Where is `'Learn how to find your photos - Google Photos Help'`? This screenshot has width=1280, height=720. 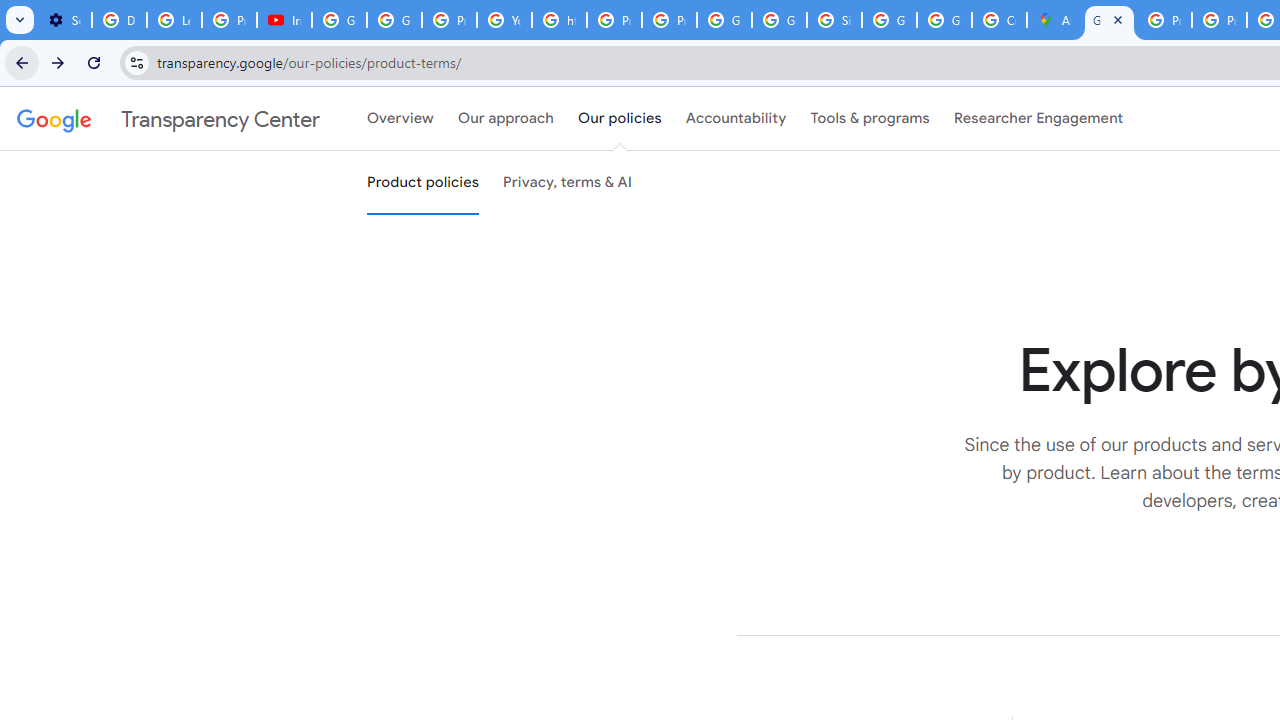
'Learn how to find your photos - Google Photos Help' is located at coordinates (174, 20).